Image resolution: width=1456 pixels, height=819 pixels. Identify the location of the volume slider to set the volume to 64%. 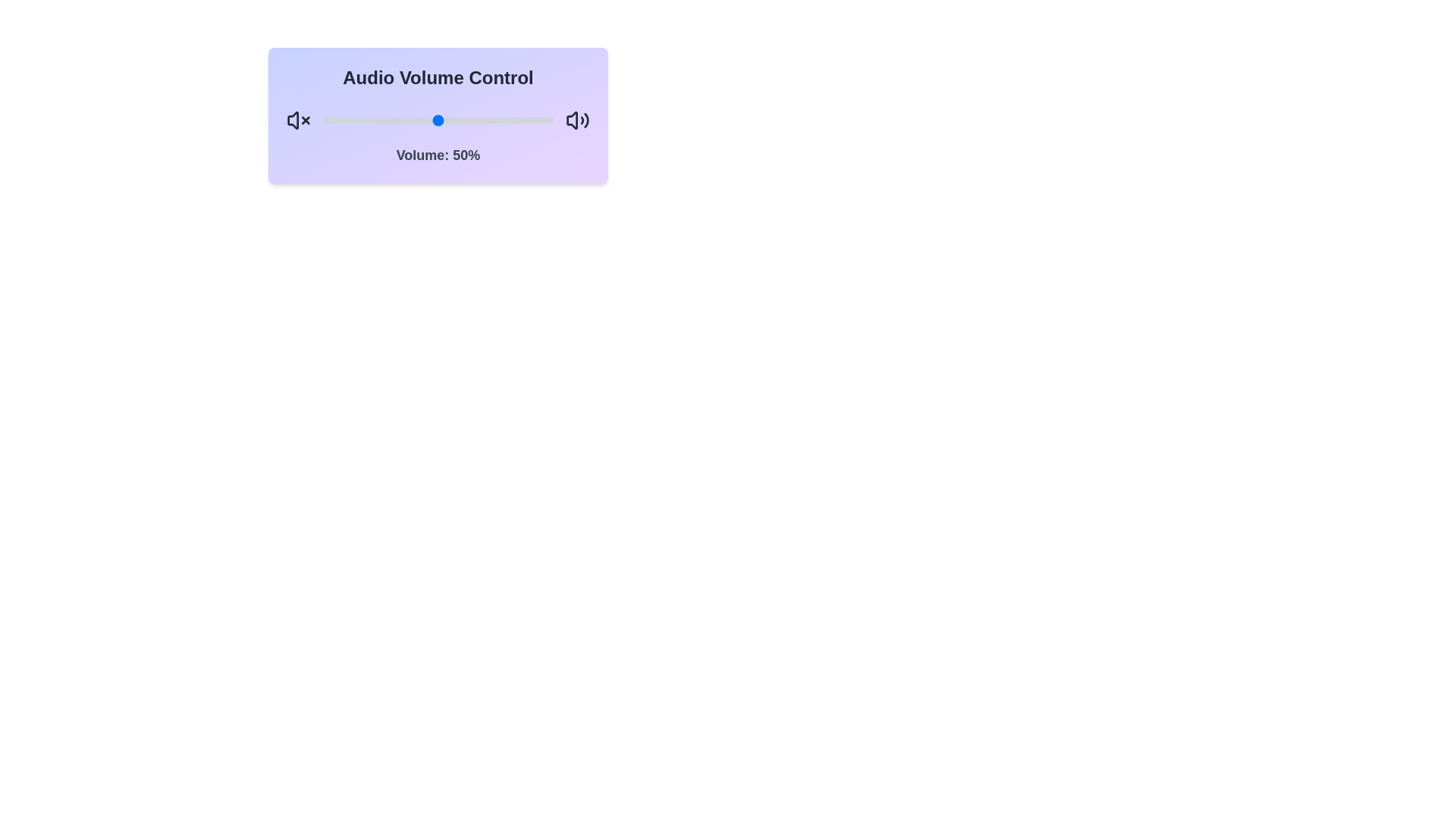
(469, 119).